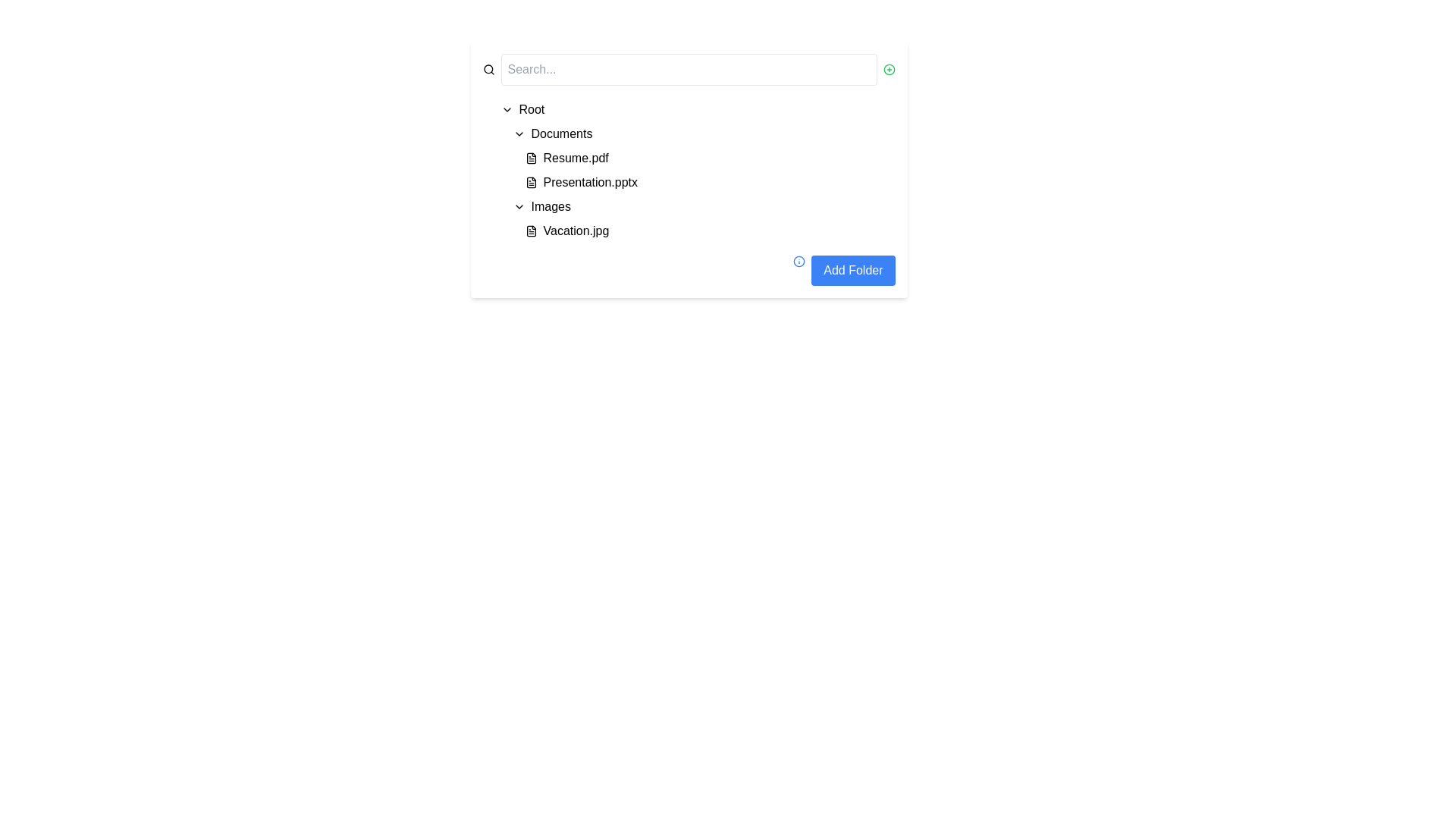  What do you see at coordinates (575, 158) in the screenshot?
I see `the file labeled 'Resume.pdf' located in the 'Documents' section` at bounding box center [575, 158].